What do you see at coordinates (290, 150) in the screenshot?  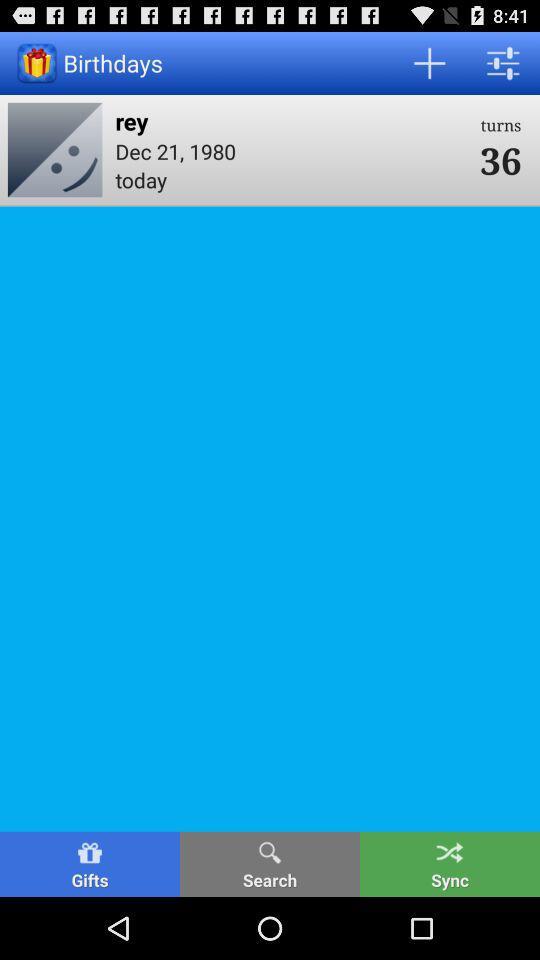 I see `the item above the today app` at bounding box center [290, 150].